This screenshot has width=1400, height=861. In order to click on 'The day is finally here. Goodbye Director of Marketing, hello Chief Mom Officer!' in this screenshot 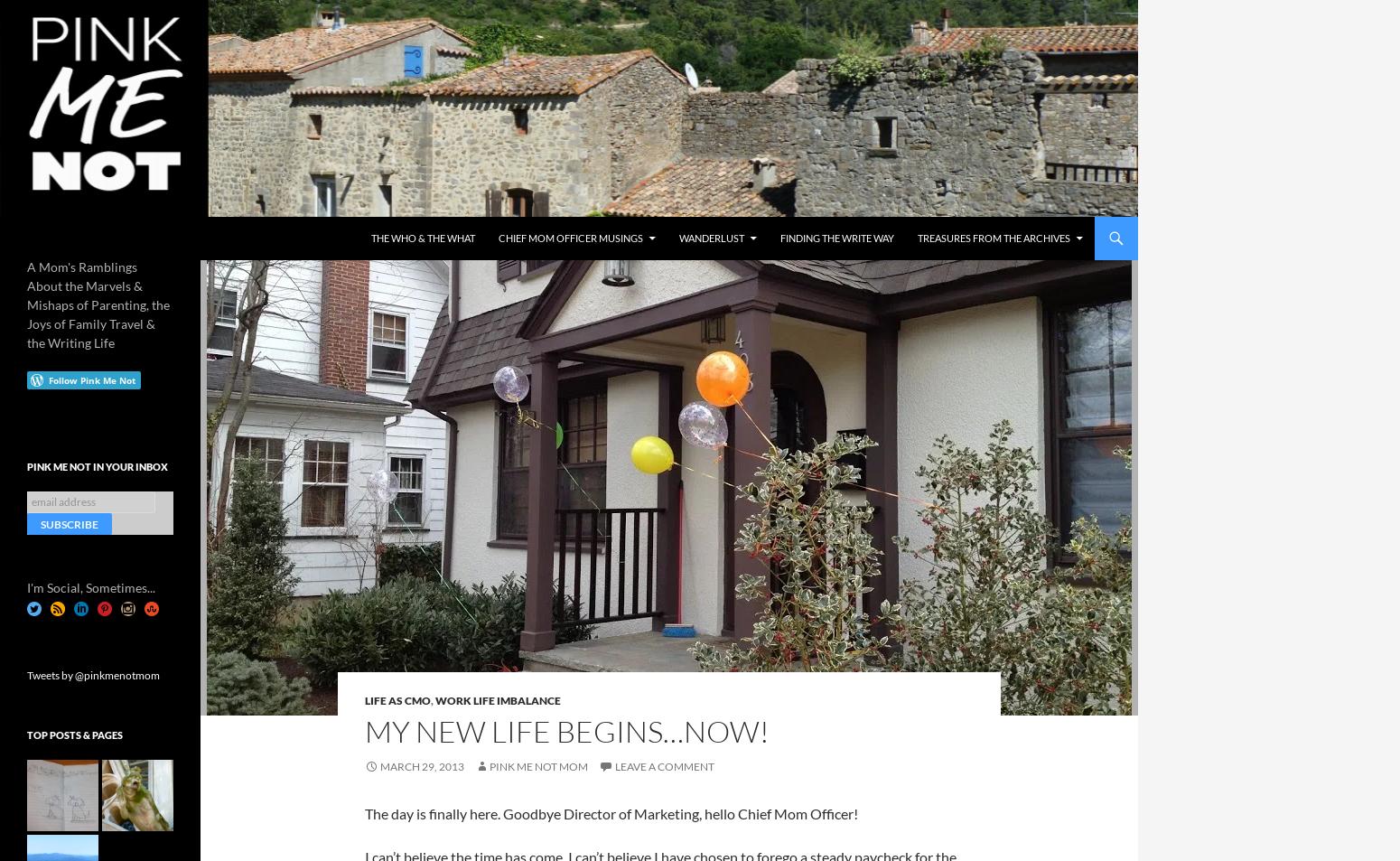, I will do `click(611, 813)`.